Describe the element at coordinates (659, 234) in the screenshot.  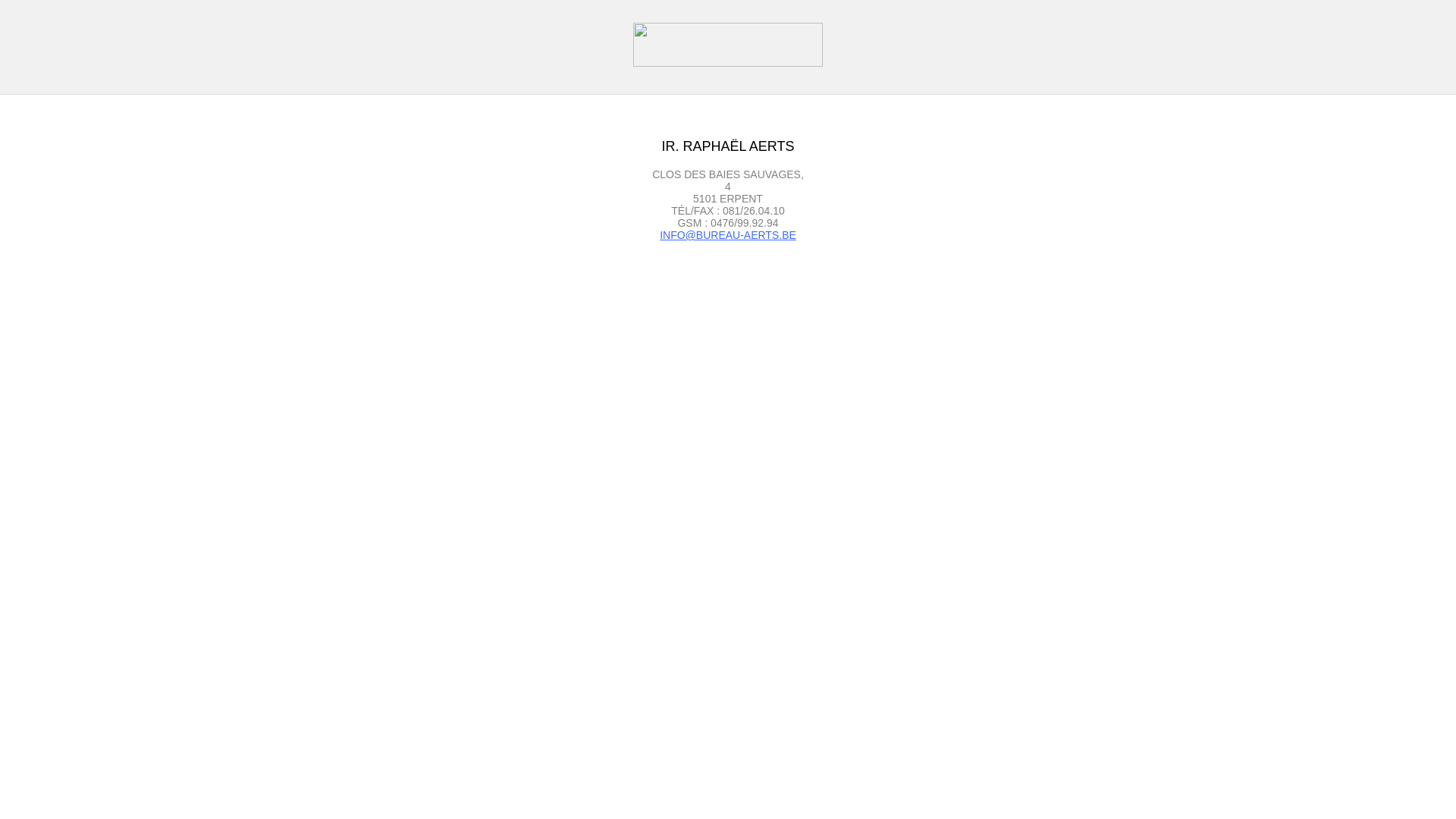
I see `'INFO@BUREAU-AERTS.BE'` at that location.